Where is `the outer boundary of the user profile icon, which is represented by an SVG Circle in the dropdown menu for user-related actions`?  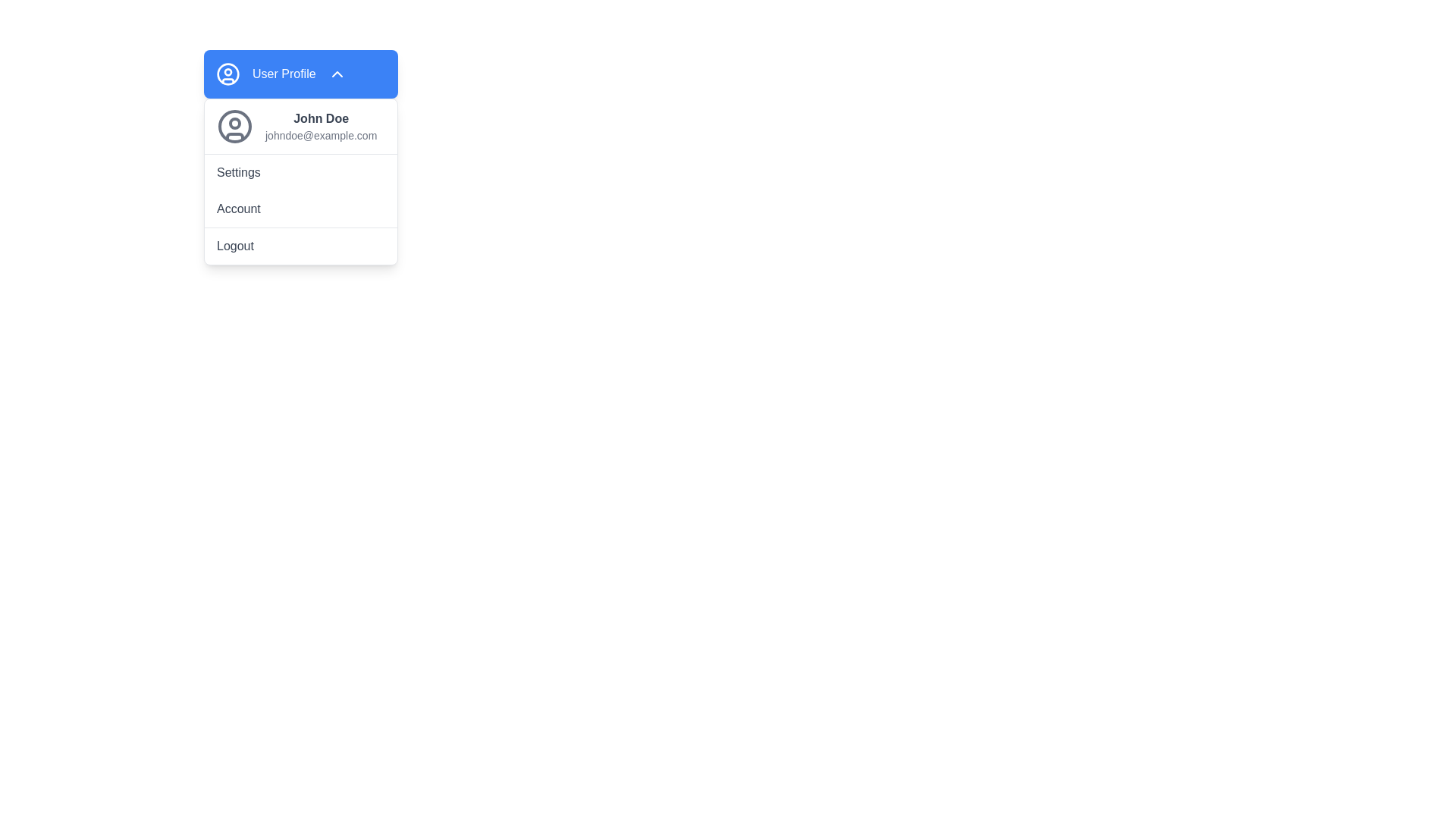
the outer boundary of the user profile icon, which is represented by an SVG Circle in the dropdown menu for user-related actions is located at coordinates (227, 74).